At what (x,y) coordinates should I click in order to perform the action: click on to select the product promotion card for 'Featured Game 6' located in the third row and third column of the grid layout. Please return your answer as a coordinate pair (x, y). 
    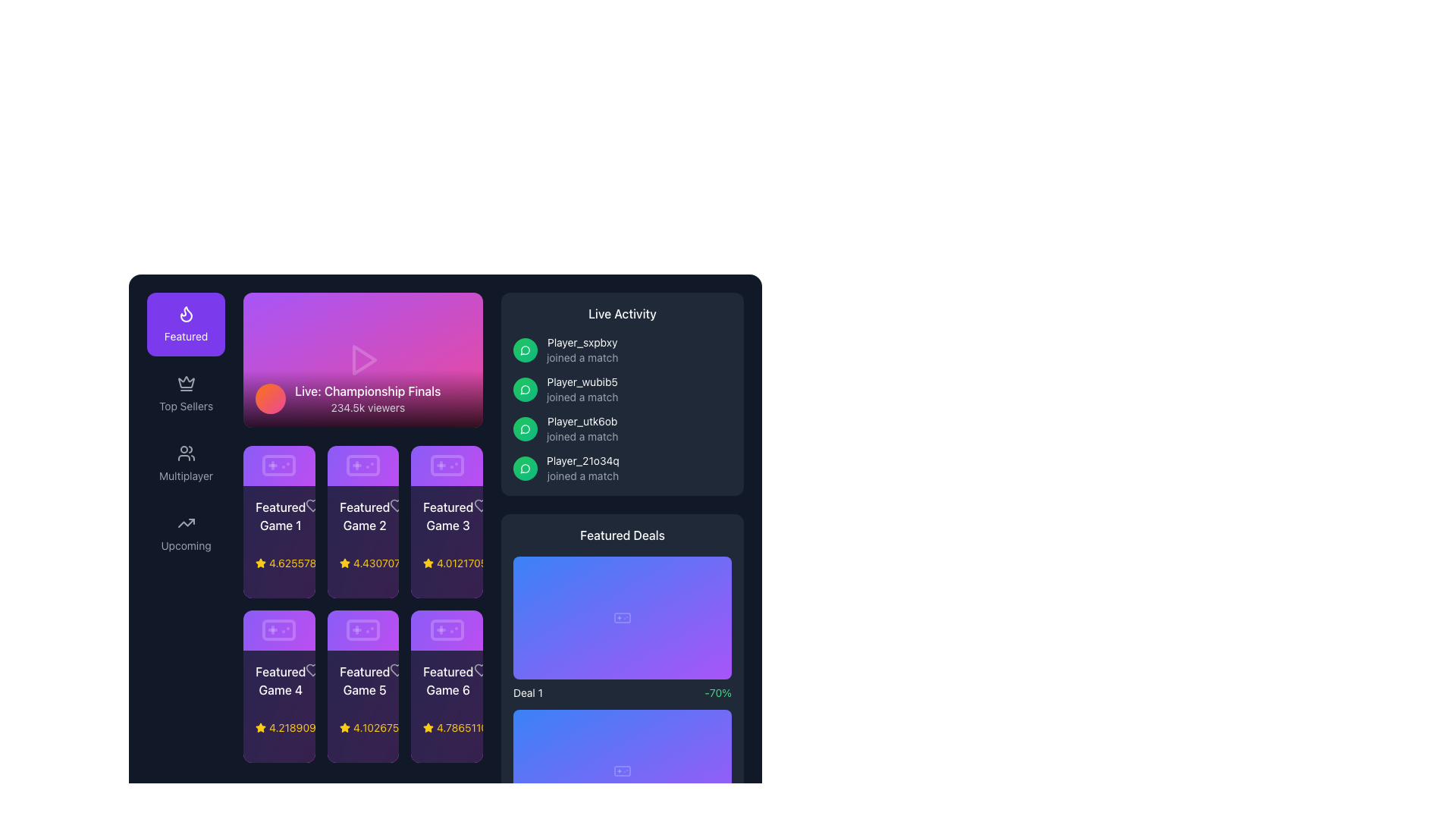
    Looking at the image, I should click on (446, 686).